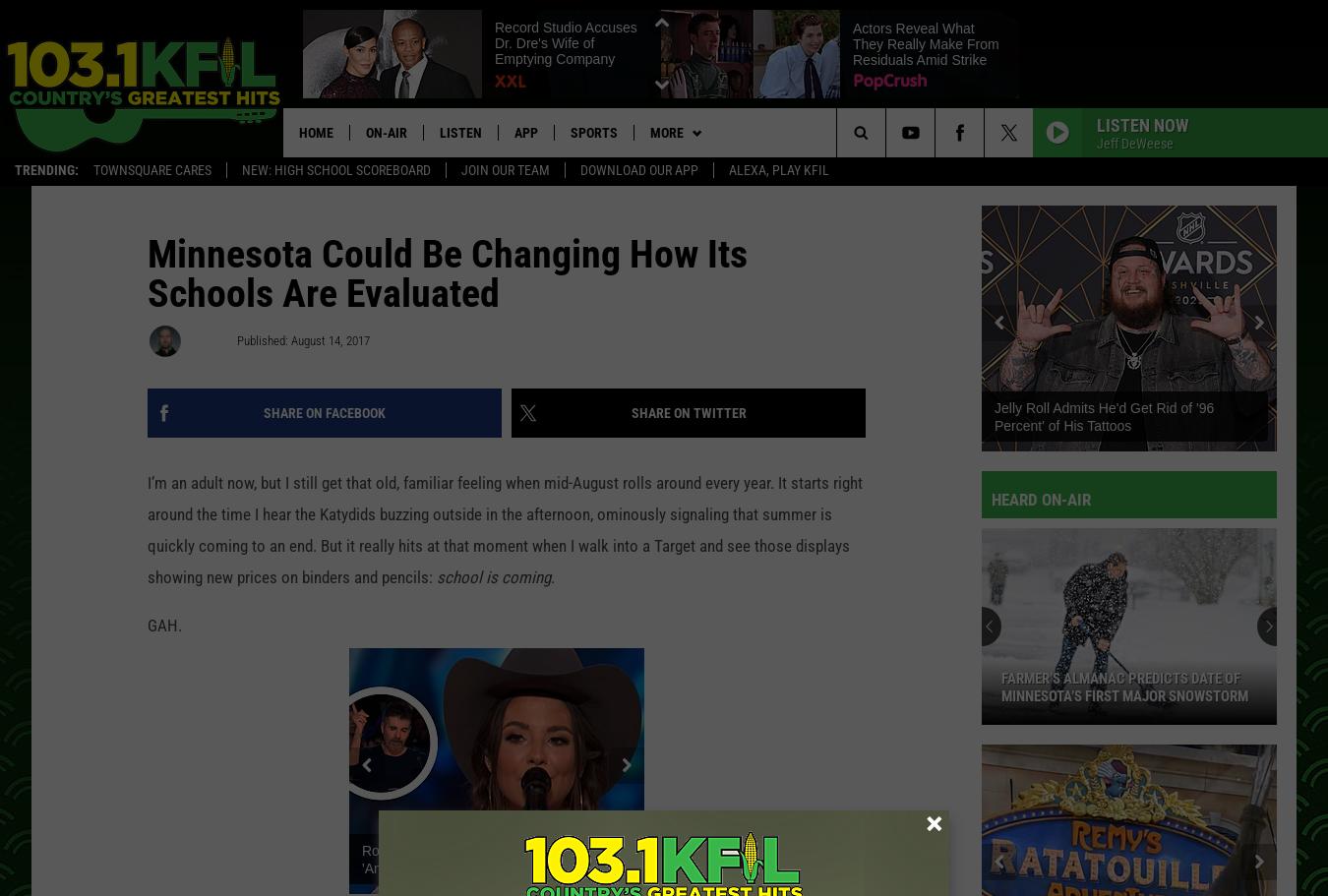 Image resolution: width=1328 pixels, height=896 pixels. Describe the element at coordinates (335, 172) in the screenshot. I see `'NEW: High School Scoreboard'` at that location.